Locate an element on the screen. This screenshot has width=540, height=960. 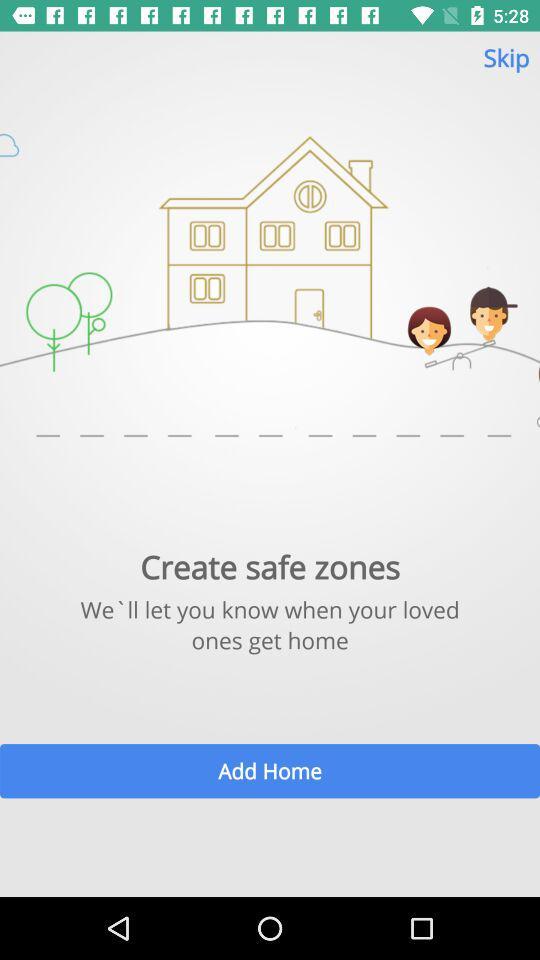
the girl image on the page is located at coordinates (428, 324).